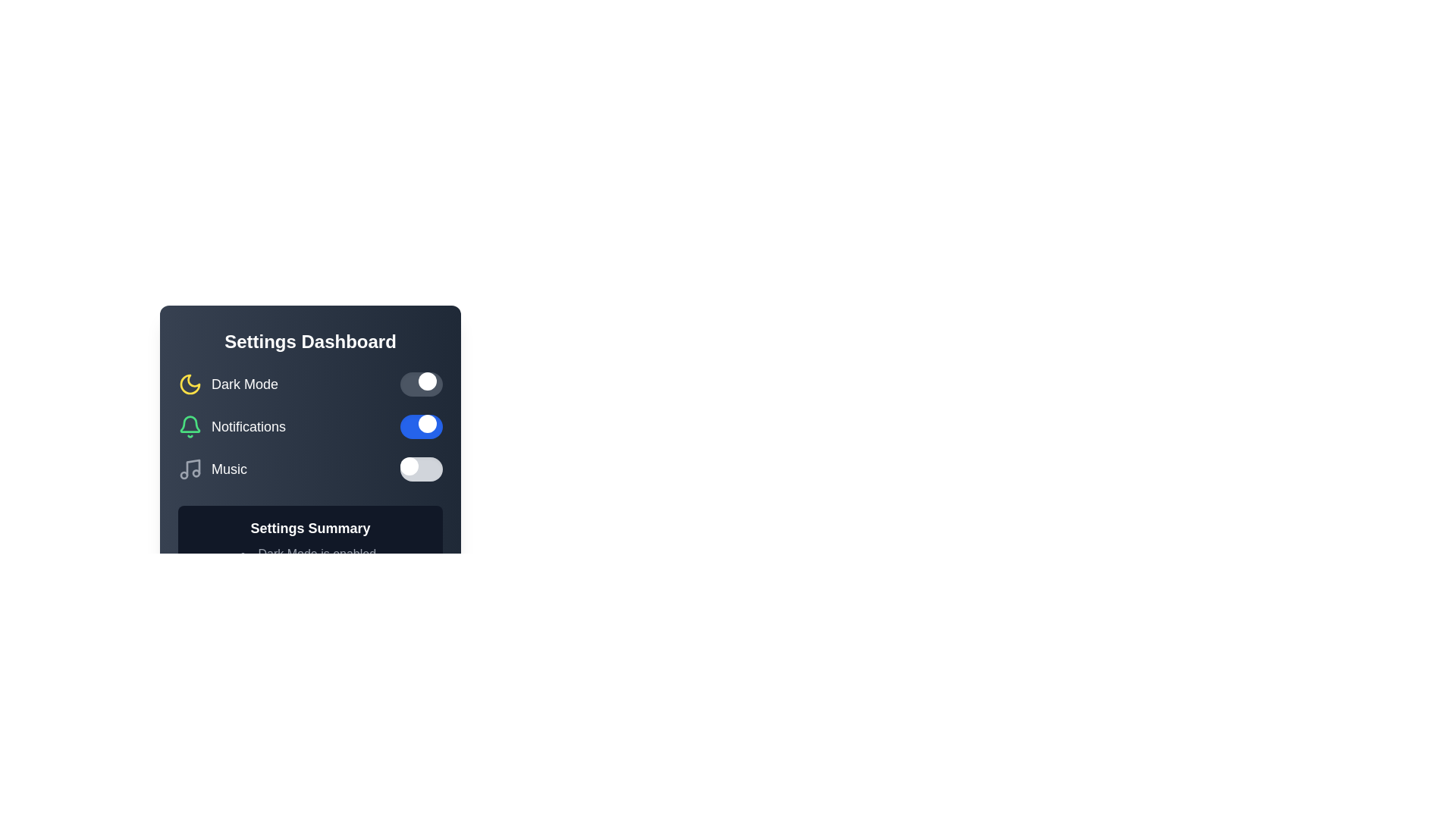  What do you see at coordinates (212, 468) in the screenshot?
I see `the 'Music' text label which includes a musical note icon to associate the icon with the text` at bounding box center [212, 468].